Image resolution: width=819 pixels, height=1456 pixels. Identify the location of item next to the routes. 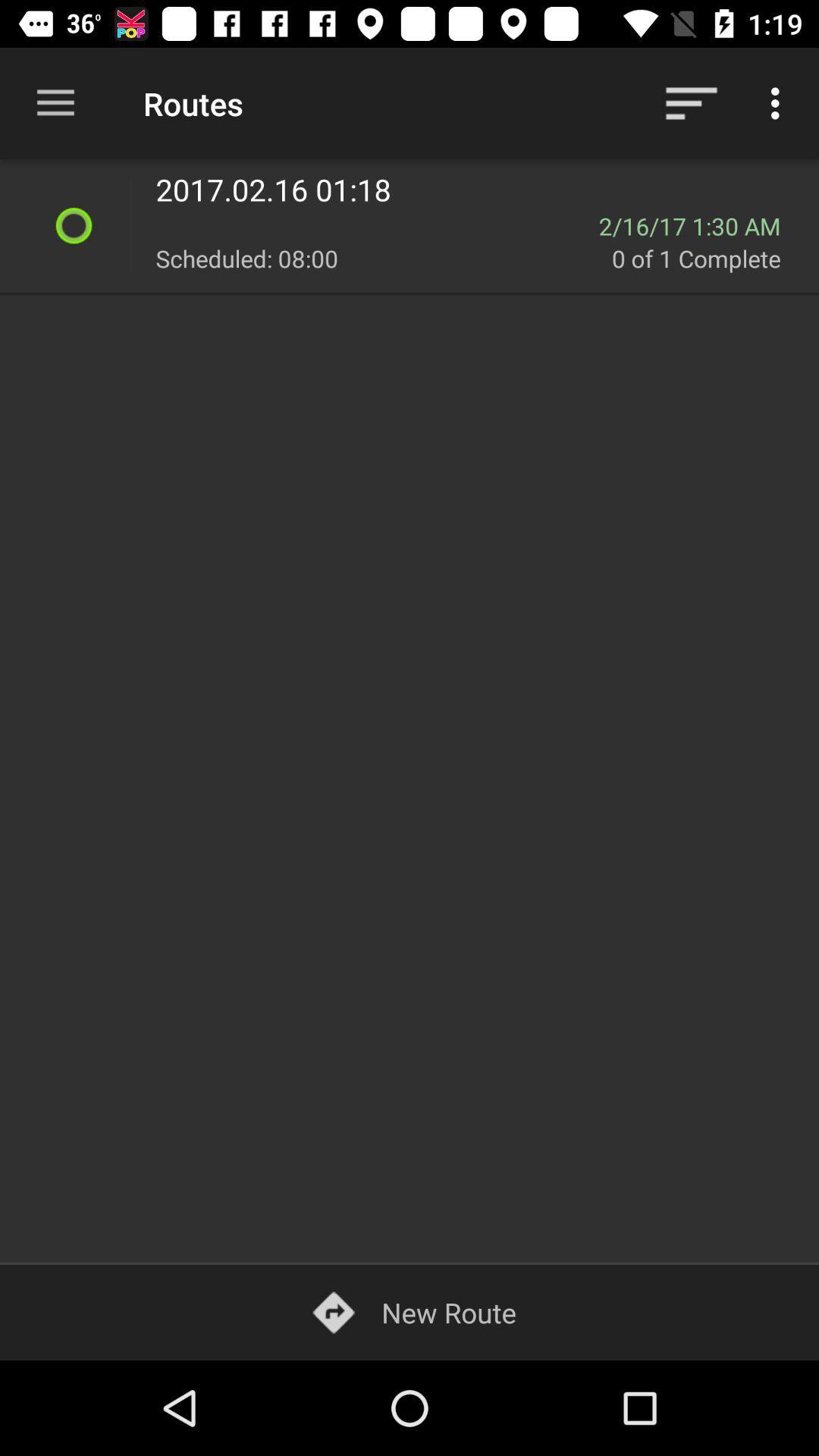
(691, 102).